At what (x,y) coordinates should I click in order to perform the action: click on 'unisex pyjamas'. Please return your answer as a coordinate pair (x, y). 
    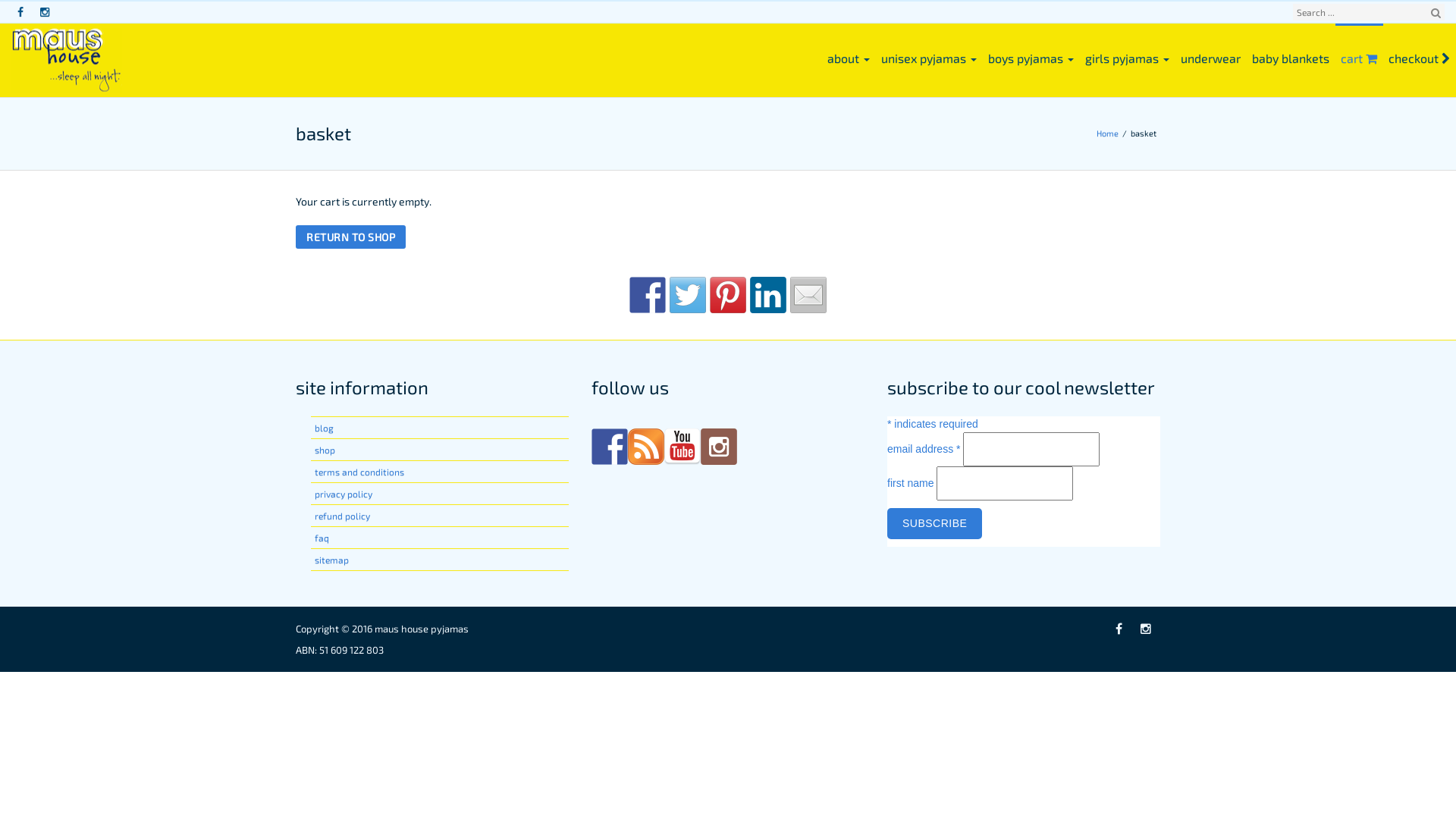
    Looking at the image, I should click on (876, 57).